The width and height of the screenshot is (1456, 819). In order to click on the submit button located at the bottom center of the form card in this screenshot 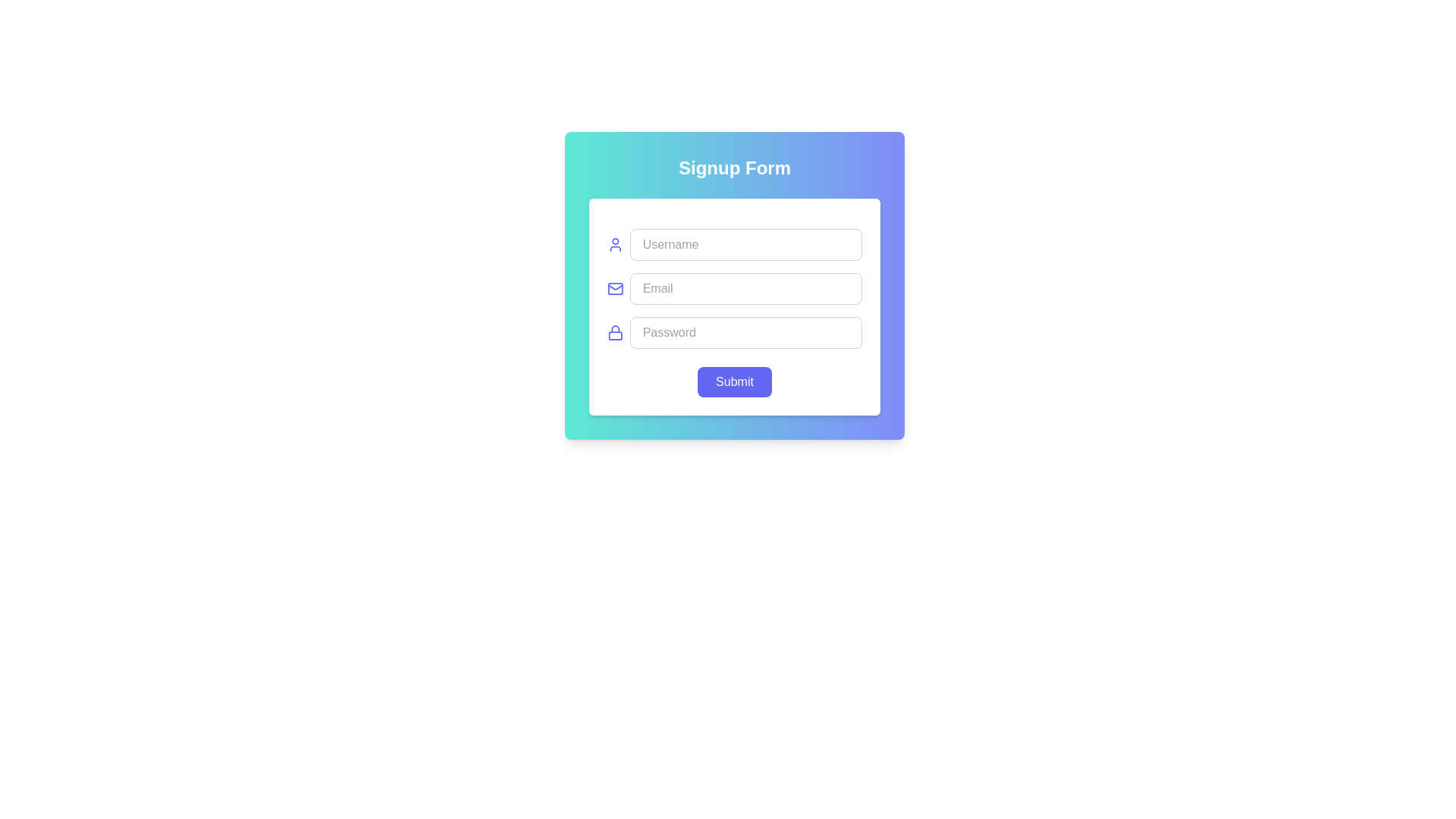, I will do `click(735, 381)`.